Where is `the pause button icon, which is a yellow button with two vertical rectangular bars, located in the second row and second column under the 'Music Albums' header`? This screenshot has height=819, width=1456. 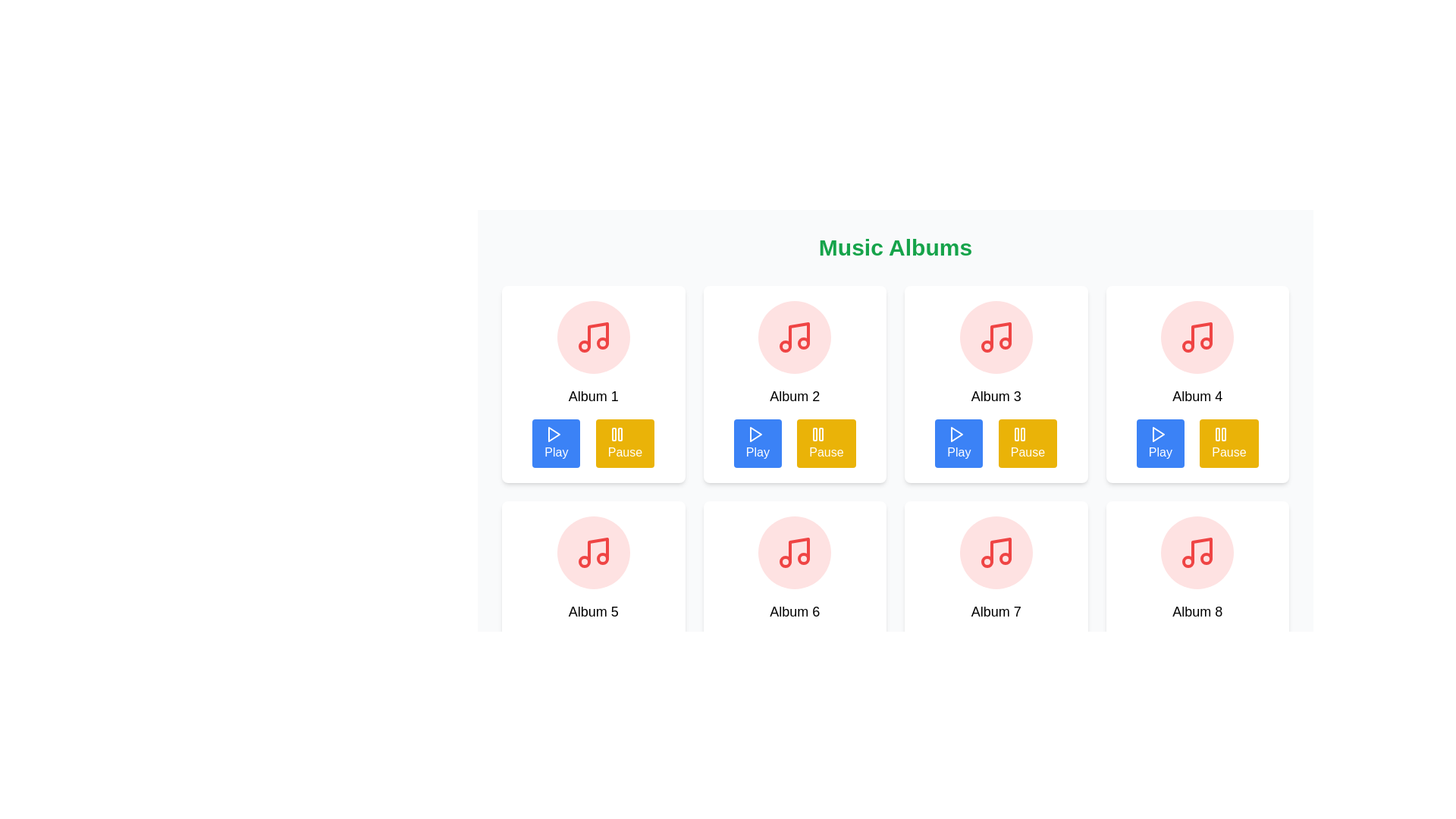
the pause button icon, which is a yellow button with two vertical rectangular bars, located in the second row and second column under the 'Music Albums' header is located at coordinates (817, 435).